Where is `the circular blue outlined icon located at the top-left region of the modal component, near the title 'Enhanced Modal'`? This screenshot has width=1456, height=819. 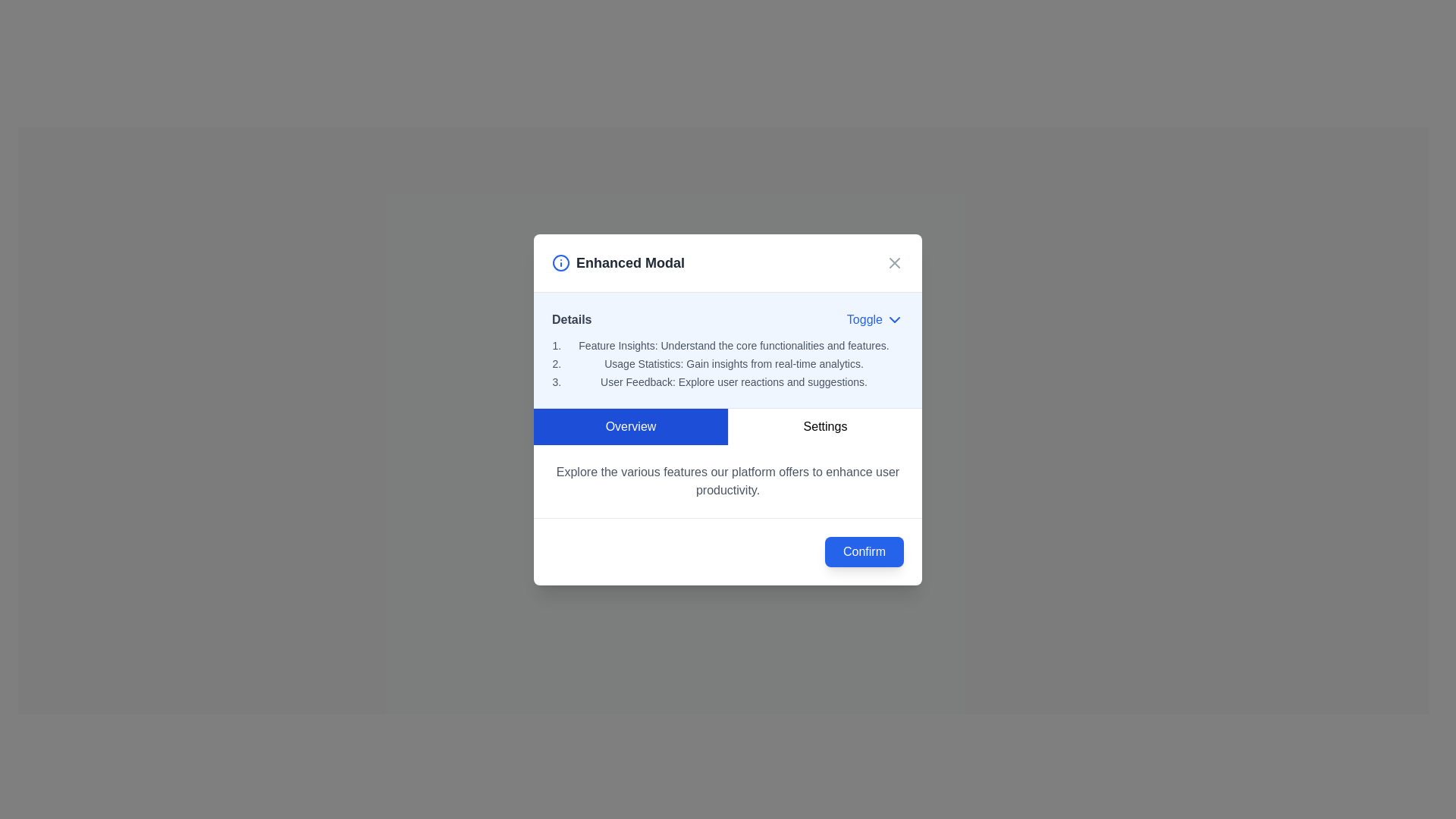
the circular blue outlined icon located at the top-left region of the modal component, near the title 'Enhanced Modal' is located at coordinates (560, 262).